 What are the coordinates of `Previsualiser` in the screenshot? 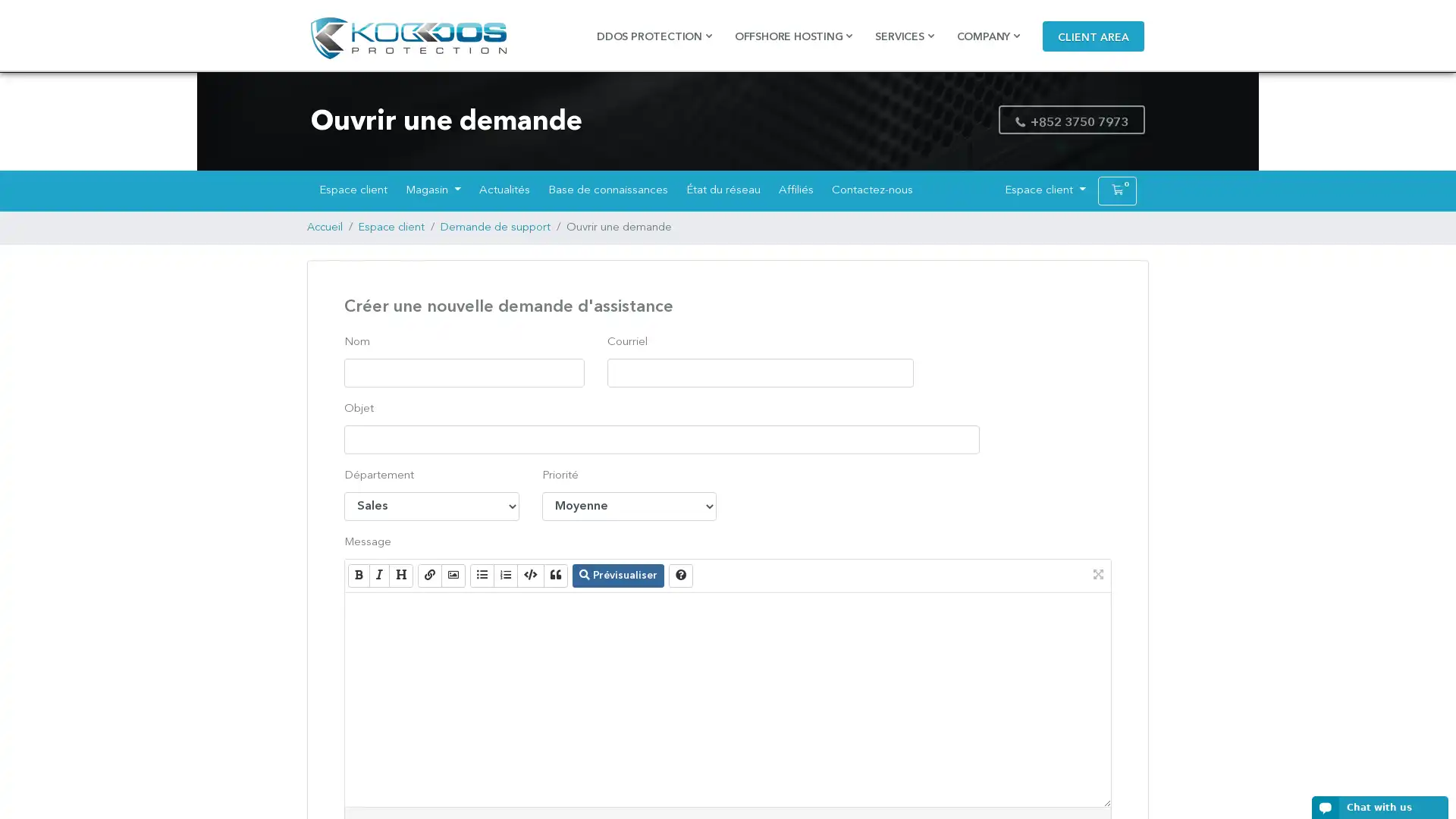 It's located at (618, 575).